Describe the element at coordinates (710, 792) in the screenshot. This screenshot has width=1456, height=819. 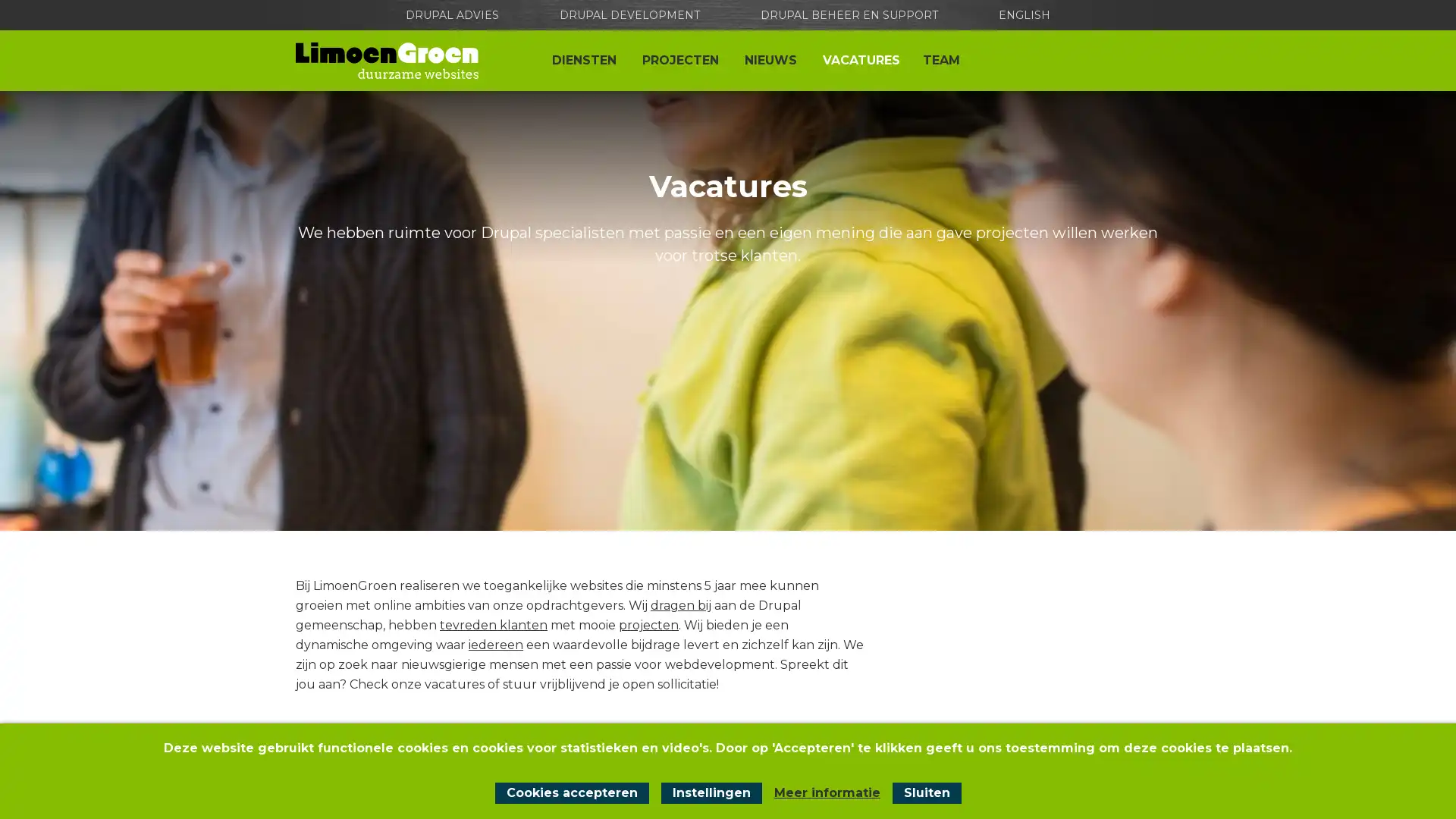
I see `Instellingen` at that location.